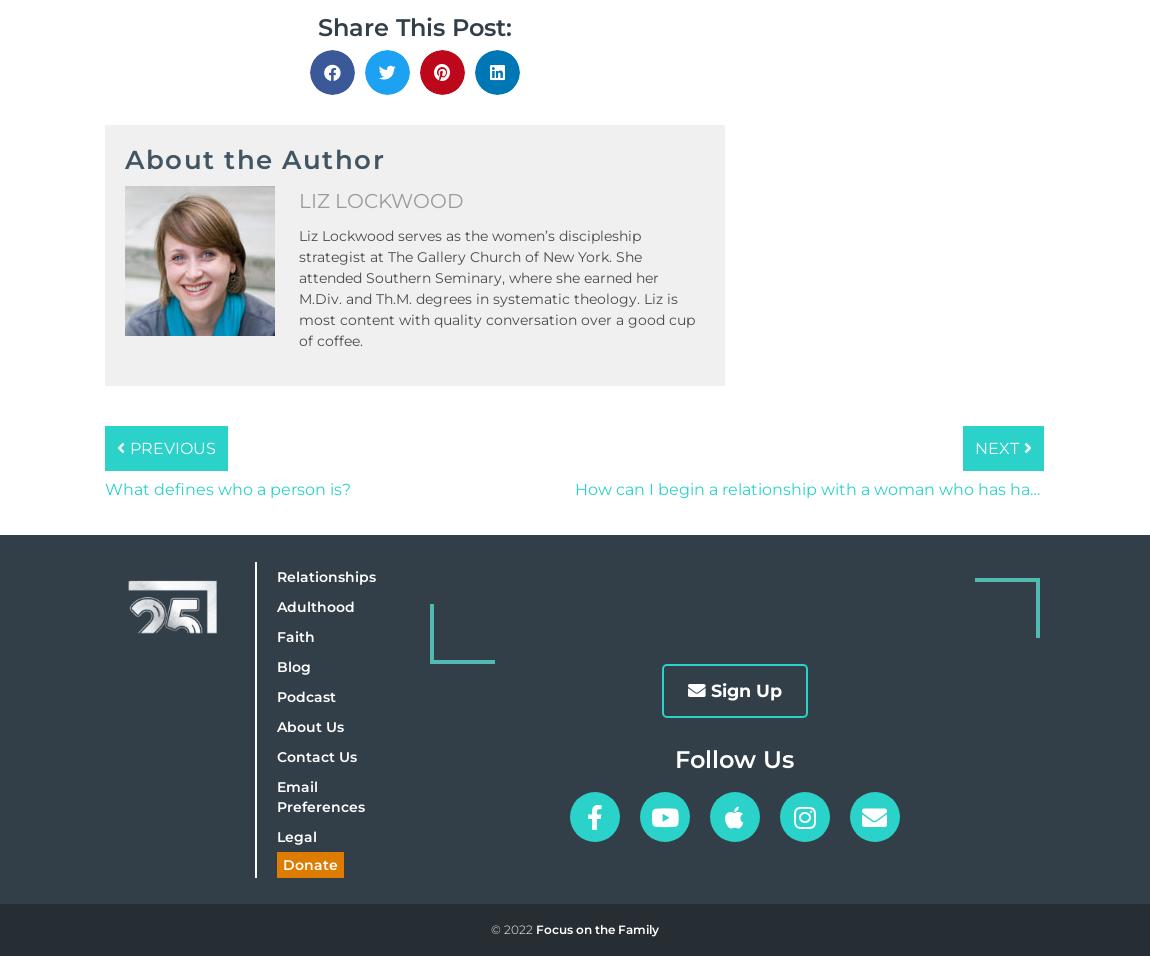 The height and width of the screenshot is (956, 1150). Describe the element at coordinates (674, 758) in the screenshot. I see `'Follow Us'` at that location.